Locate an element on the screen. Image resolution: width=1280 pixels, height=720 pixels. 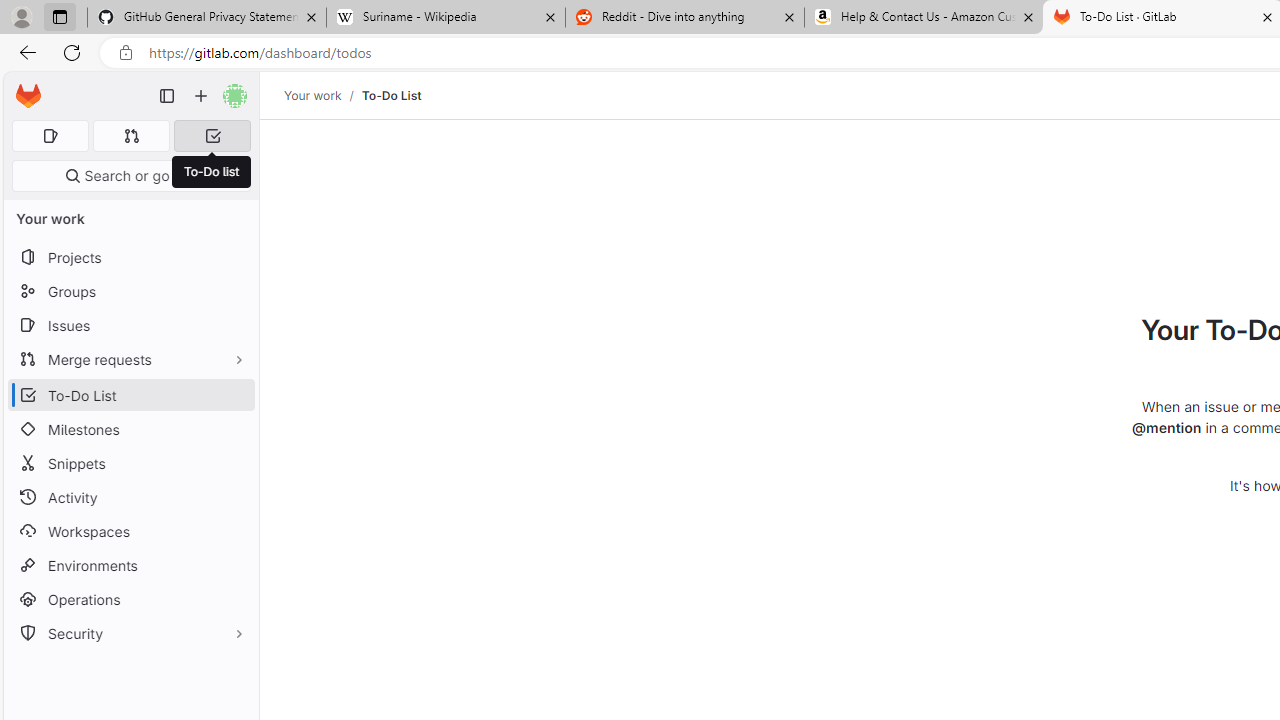
'Snippets' is located at coordinates (130, 463).